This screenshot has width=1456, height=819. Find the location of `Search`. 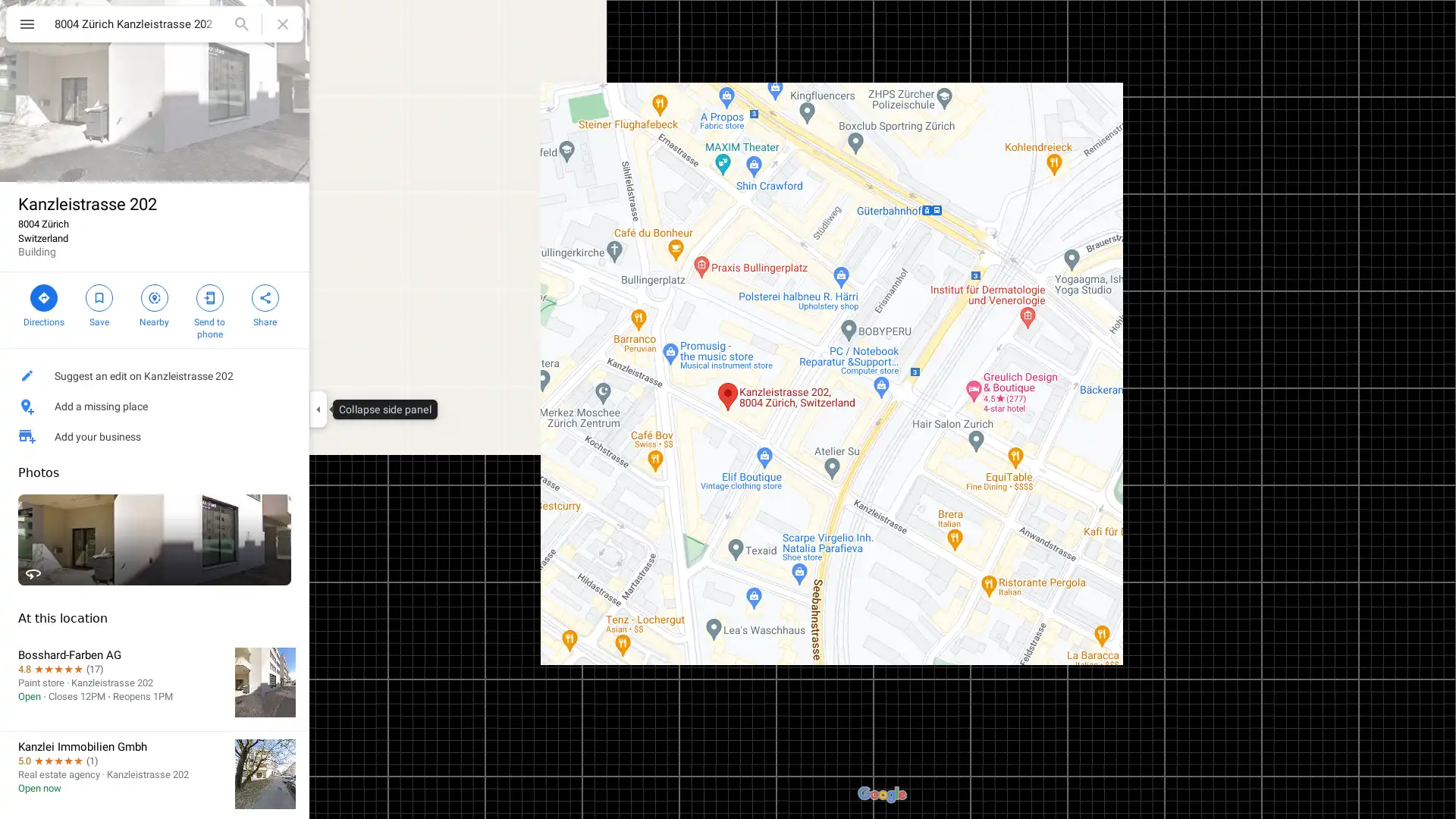

Search is located at coordinates (240, 24).